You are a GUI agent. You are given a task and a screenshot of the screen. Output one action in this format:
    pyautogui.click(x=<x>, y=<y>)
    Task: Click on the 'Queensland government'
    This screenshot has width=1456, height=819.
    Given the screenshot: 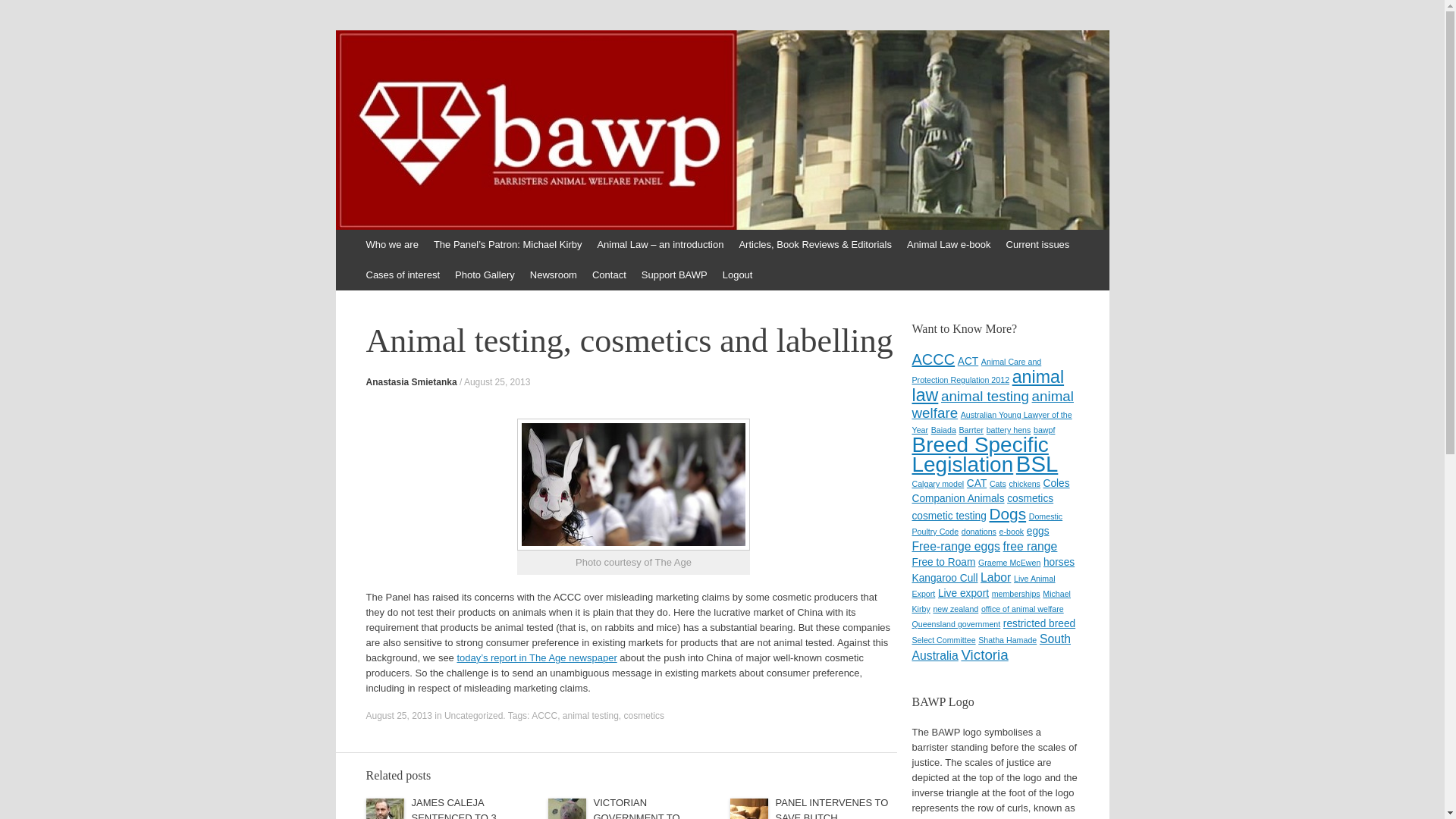 What is the action you would take?
    pyautogui.click(x=955, y=623)
    